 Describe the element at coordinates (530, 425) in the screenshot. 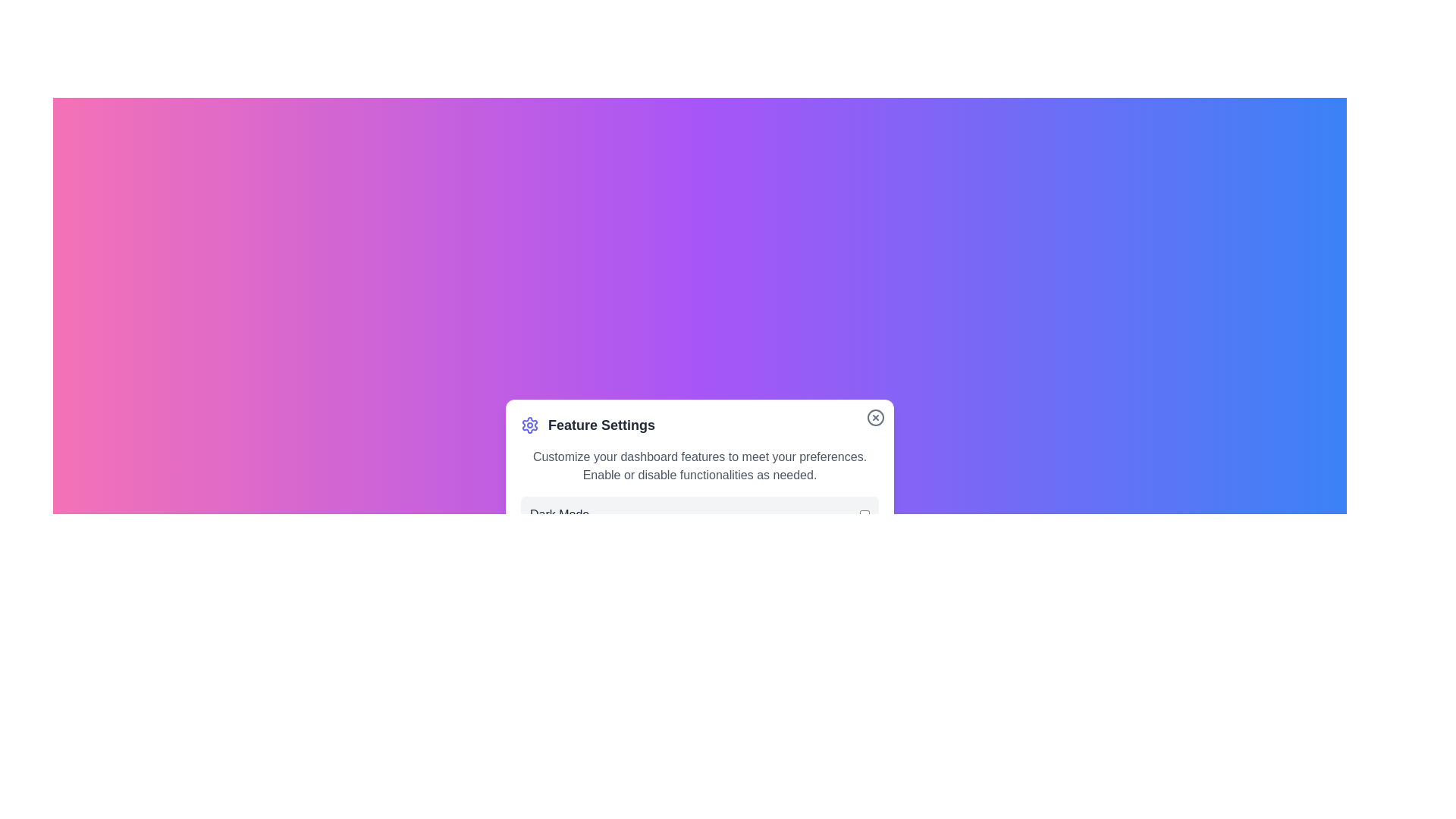

I see `the cog icon located at the top-left corner of the 'Feature Settings' modal, serving as a placeholder for feature customization` at that location.